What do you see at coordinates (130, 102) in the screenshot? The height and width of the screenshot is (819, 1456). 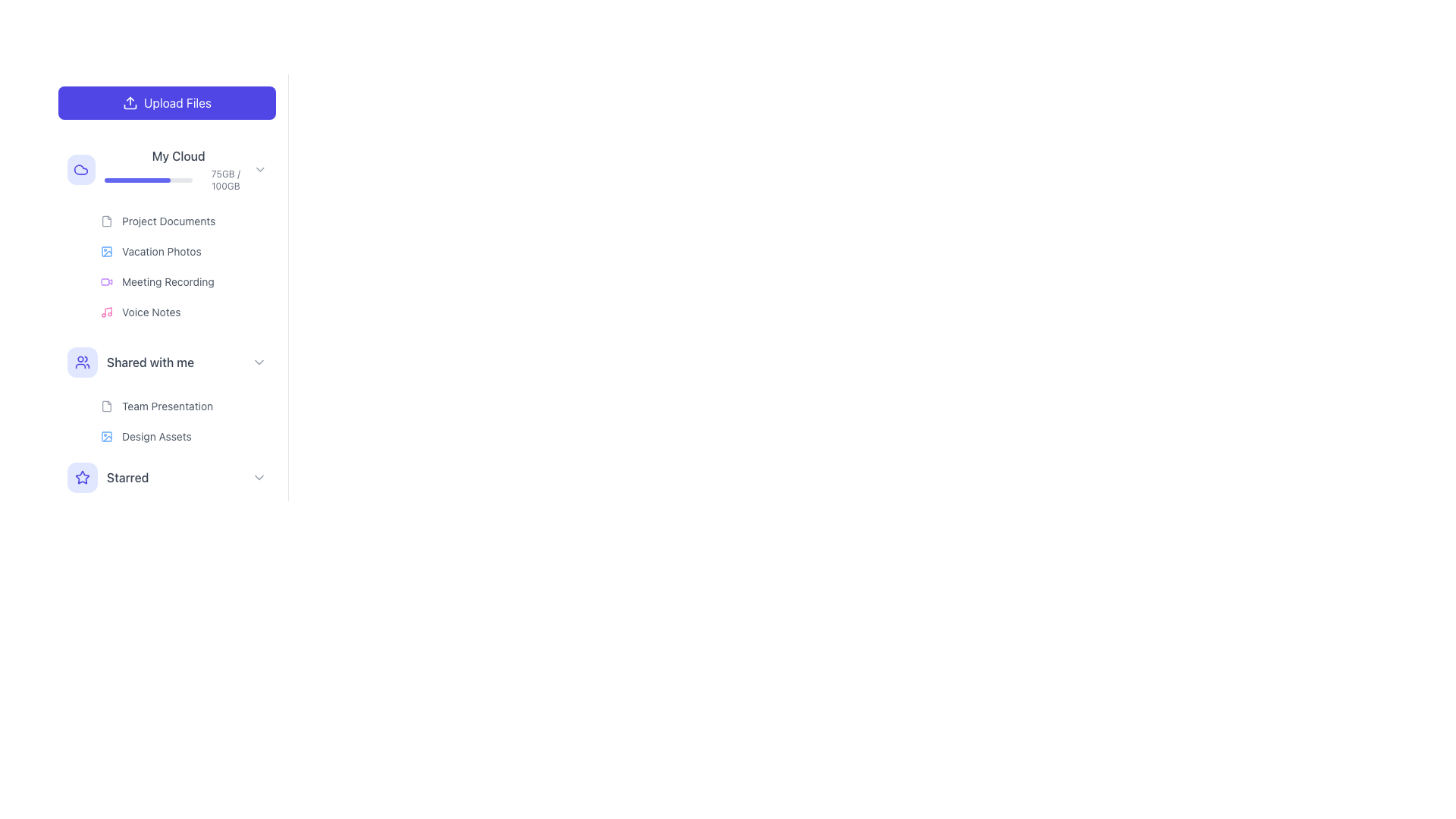 I see `the SVG graphic icon located to the left of the 'Upload Files' text within the blue button to interact with the upload functionality` at bounding box center [130, 102].